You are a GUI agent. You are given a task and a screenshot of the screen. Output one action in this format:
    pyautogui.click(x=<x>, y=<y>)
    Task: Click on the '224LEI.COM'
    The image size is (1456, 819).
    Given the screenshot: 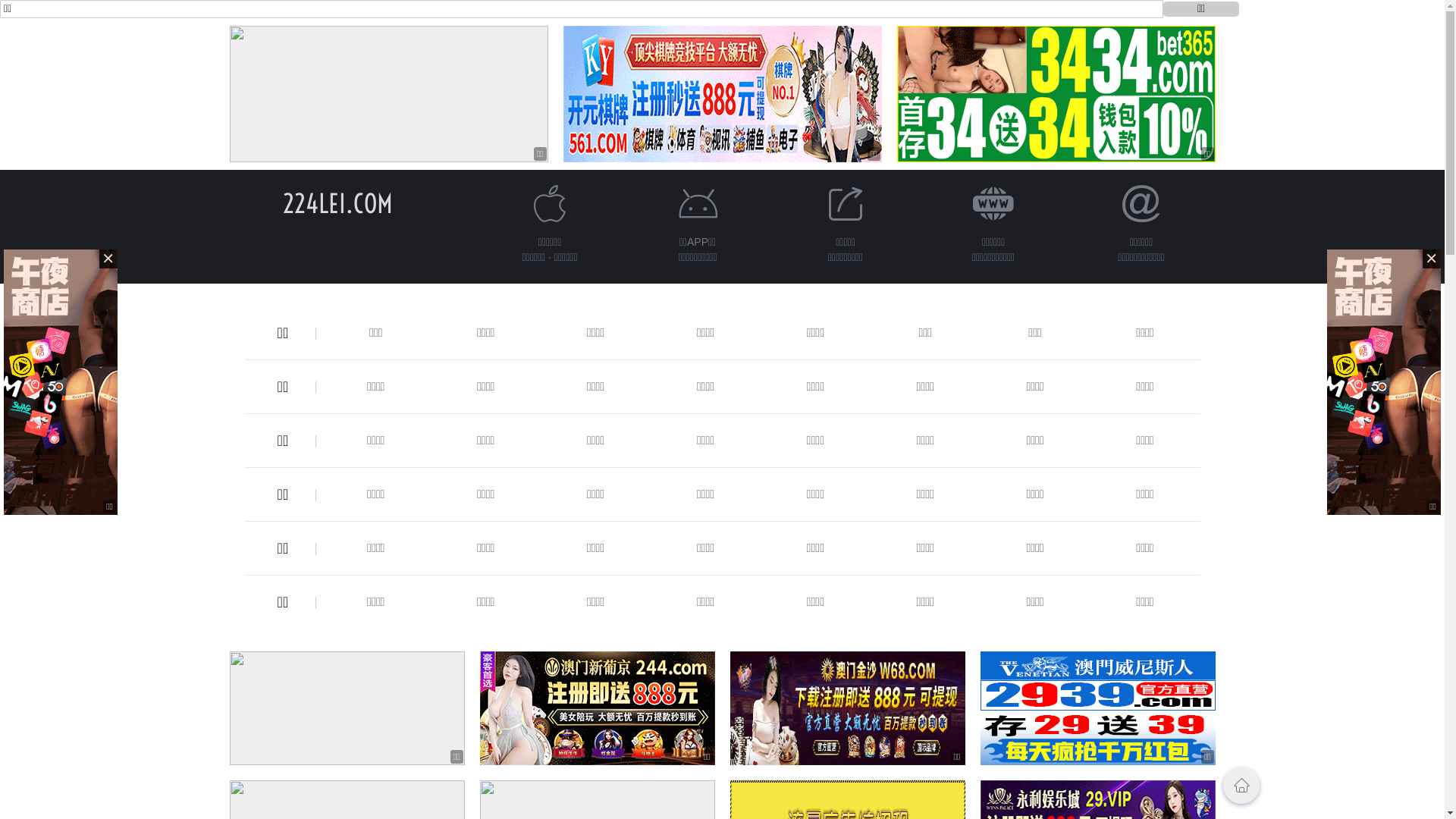 What is the action you would take?
    pyautogui.click(x=283, y=202)
    